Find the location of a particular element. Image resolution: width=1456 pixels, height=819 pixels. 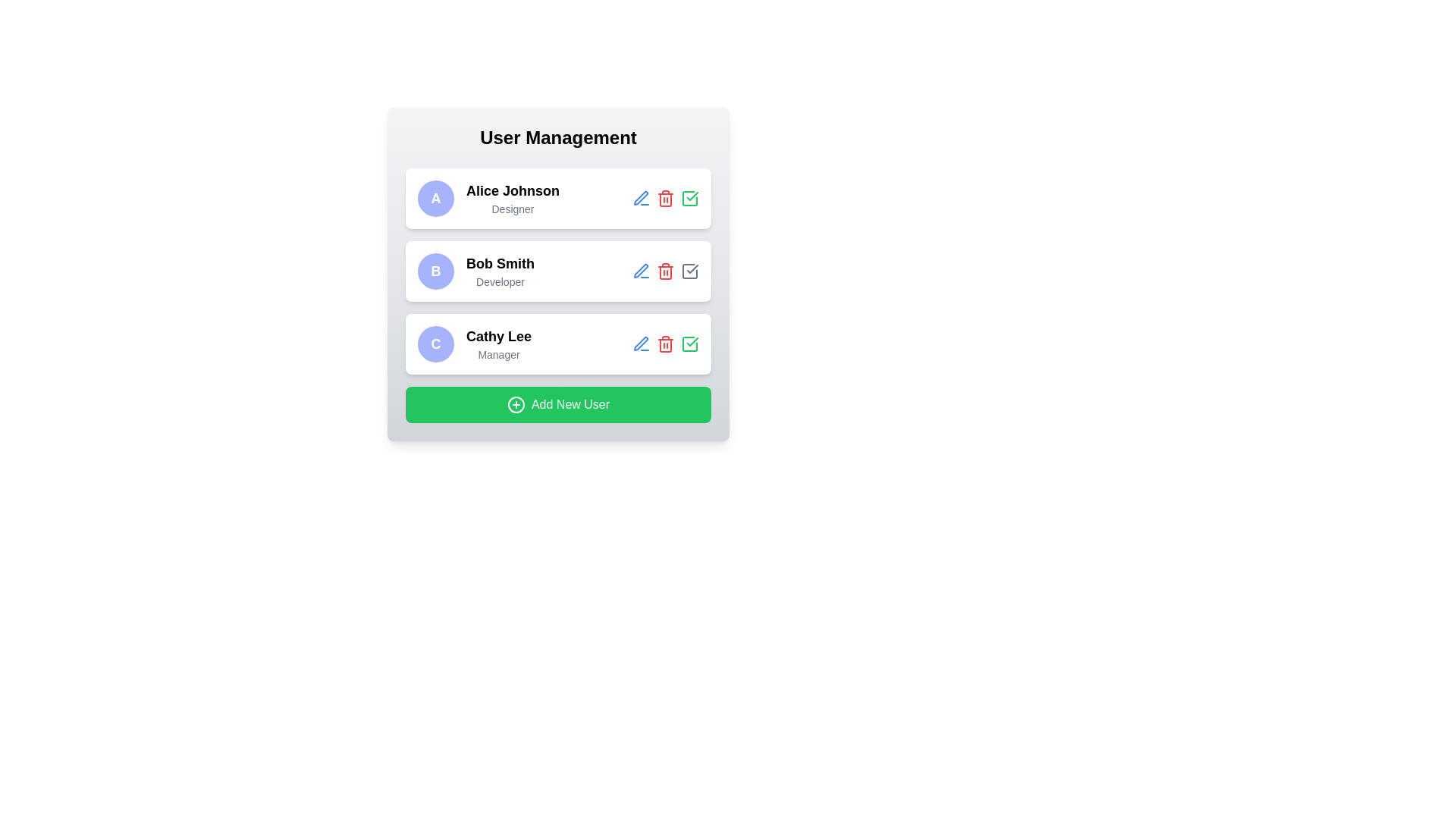

the trash bin icon component in the second entry row for 'Bob Smith - Developer' in the user list interface, indicating its role in deletion functionality is located at coordinates (666, 271).